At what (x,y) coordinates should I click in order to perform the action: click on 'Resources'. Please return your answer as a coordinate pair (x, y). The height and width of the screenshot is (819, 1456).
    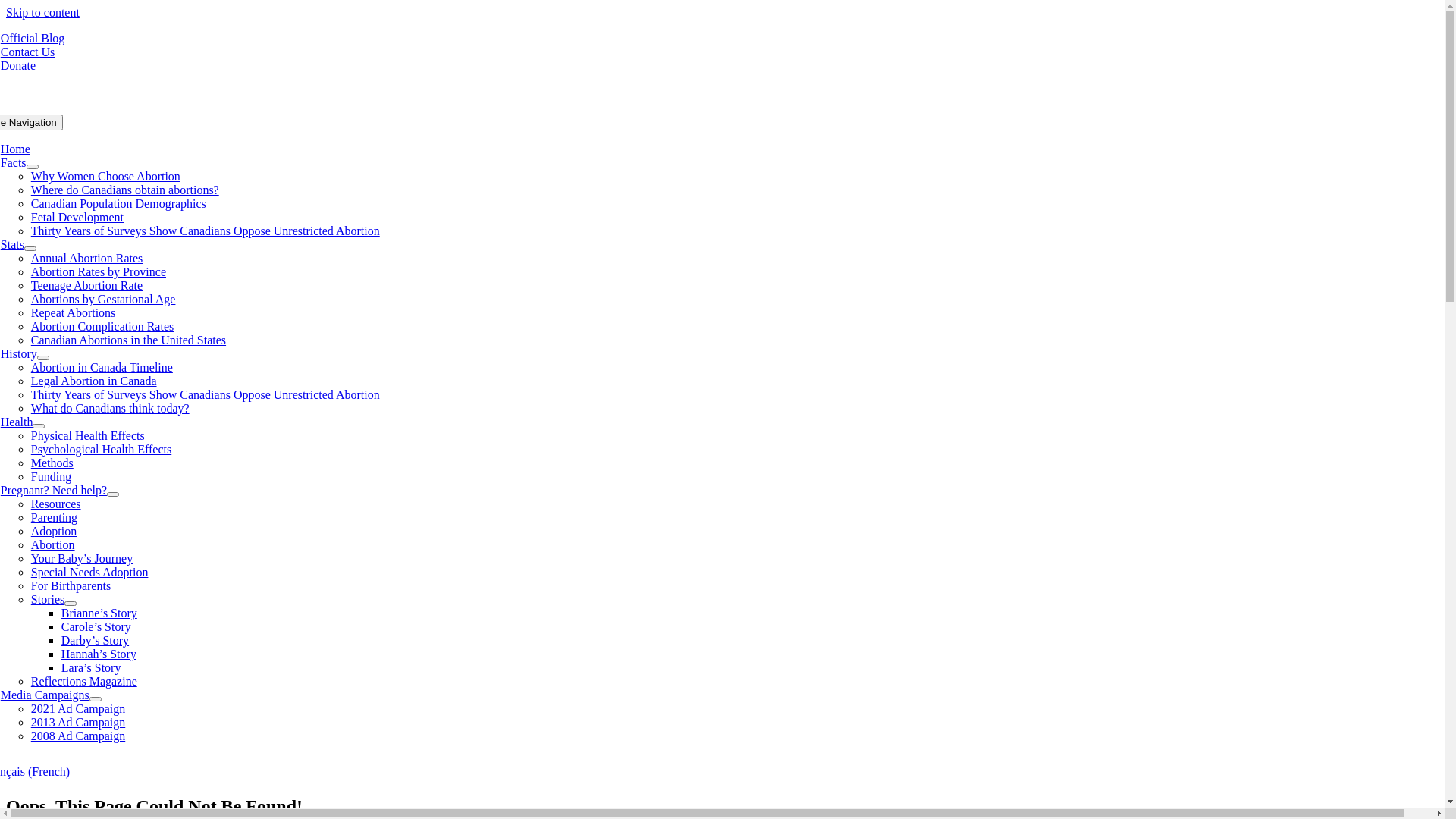
    Looking at the image, I should click on (55, 504).